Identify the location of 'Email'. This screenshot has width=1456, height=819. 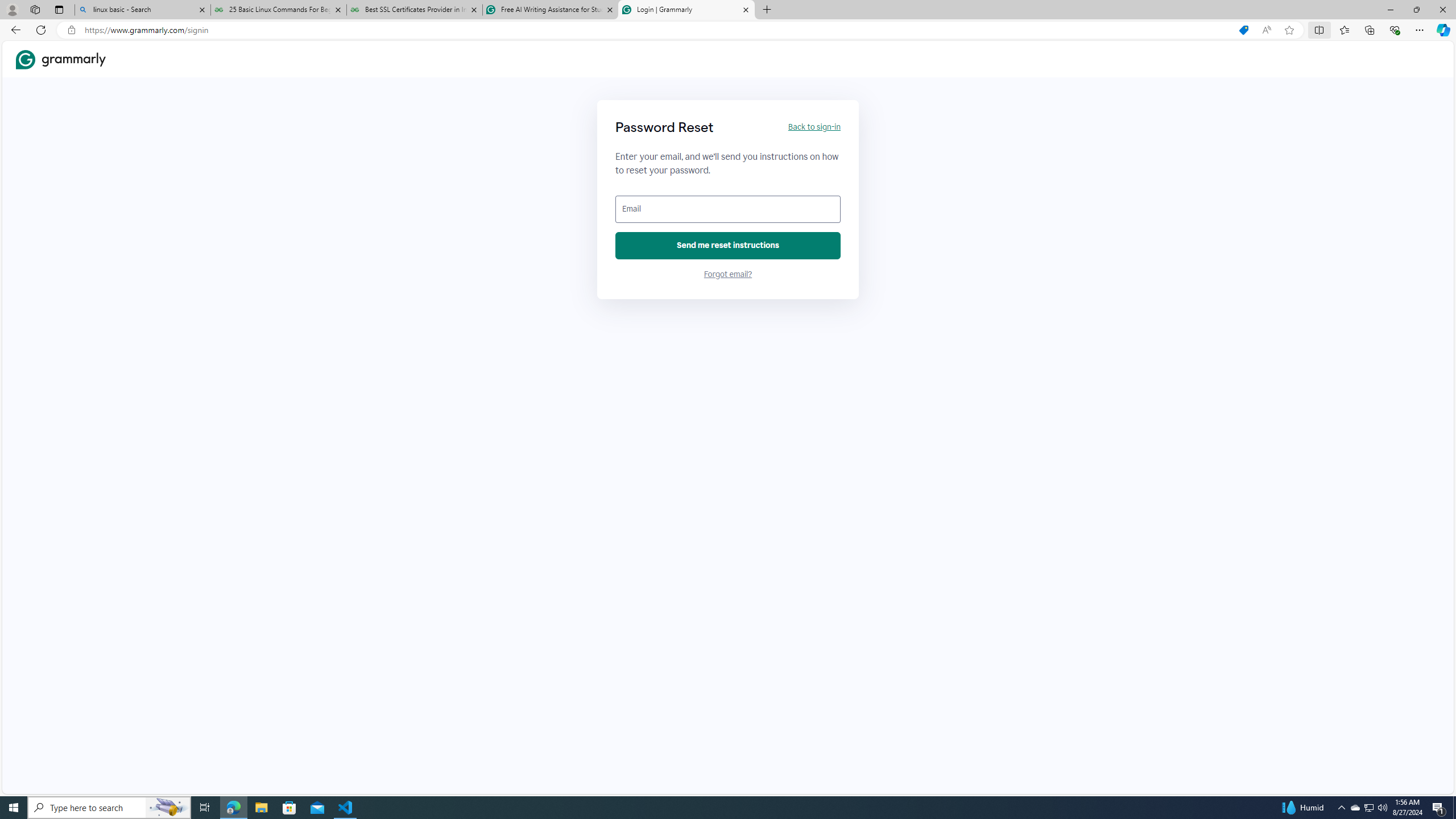
(728, 209).